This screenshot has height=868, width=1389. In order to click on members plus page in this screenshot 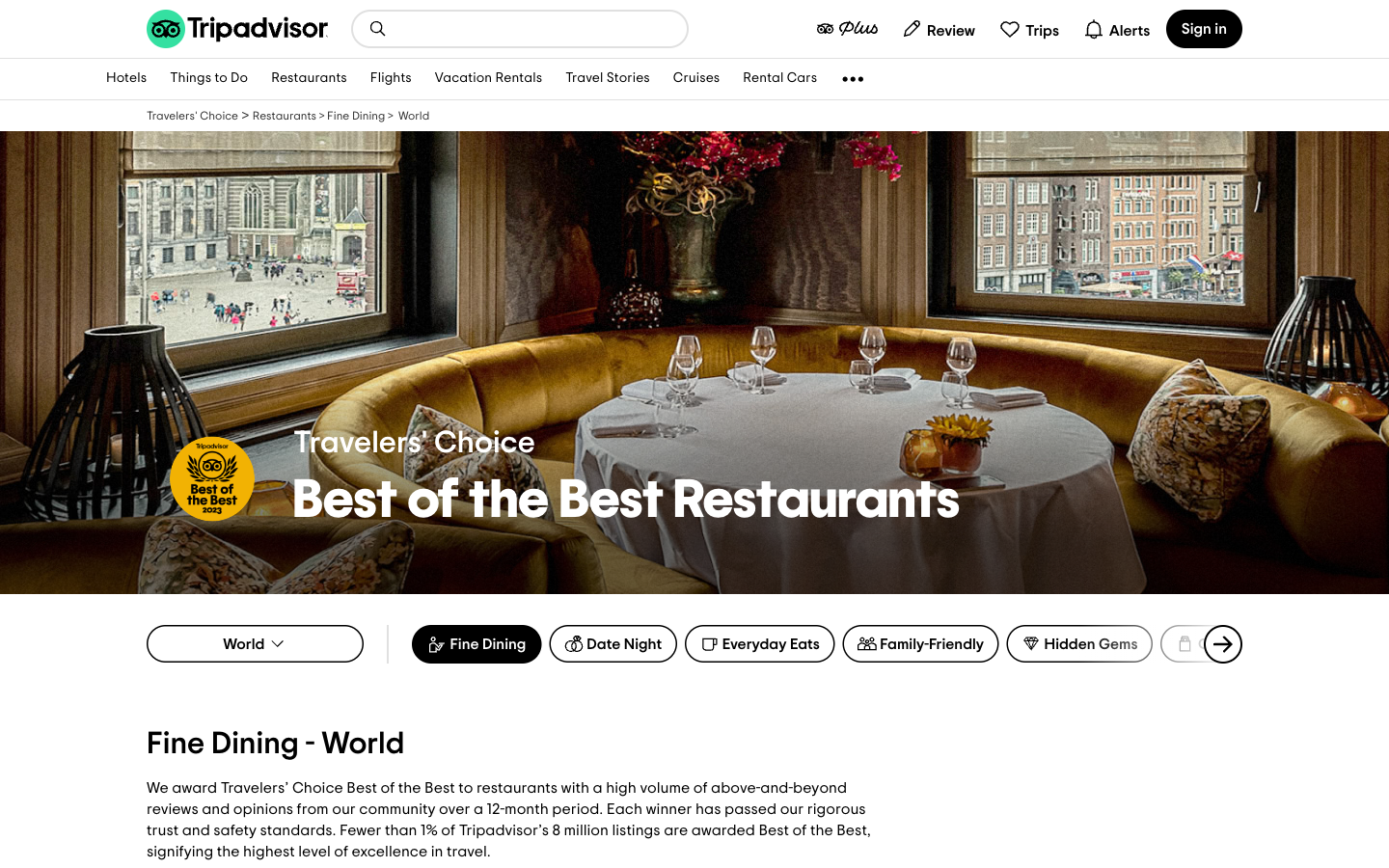, I will do `click(845, 27)`.